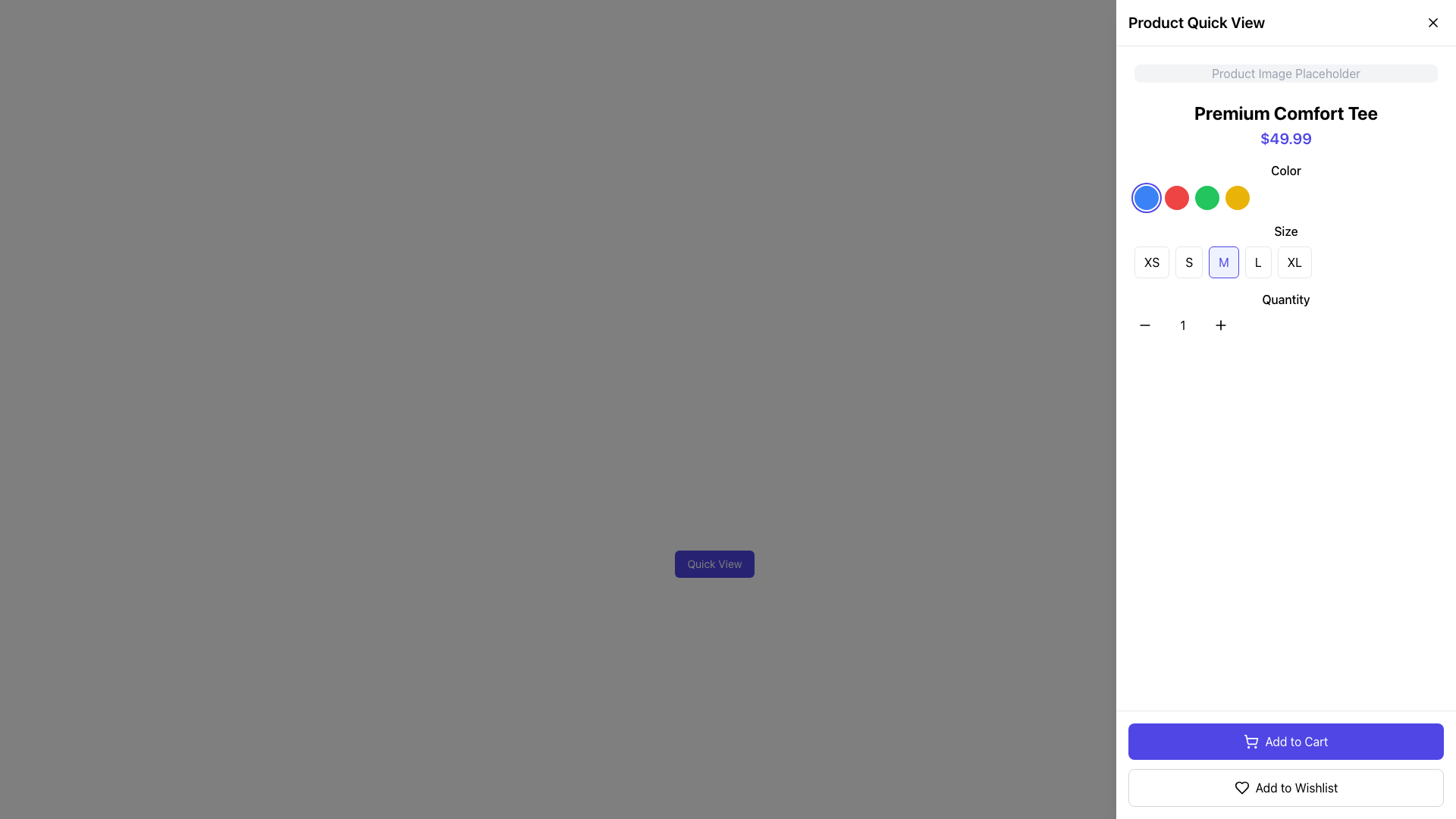  I want to click on the text label 'Product Quick View' located at the top-left of the side panel, so click(1196, 23).